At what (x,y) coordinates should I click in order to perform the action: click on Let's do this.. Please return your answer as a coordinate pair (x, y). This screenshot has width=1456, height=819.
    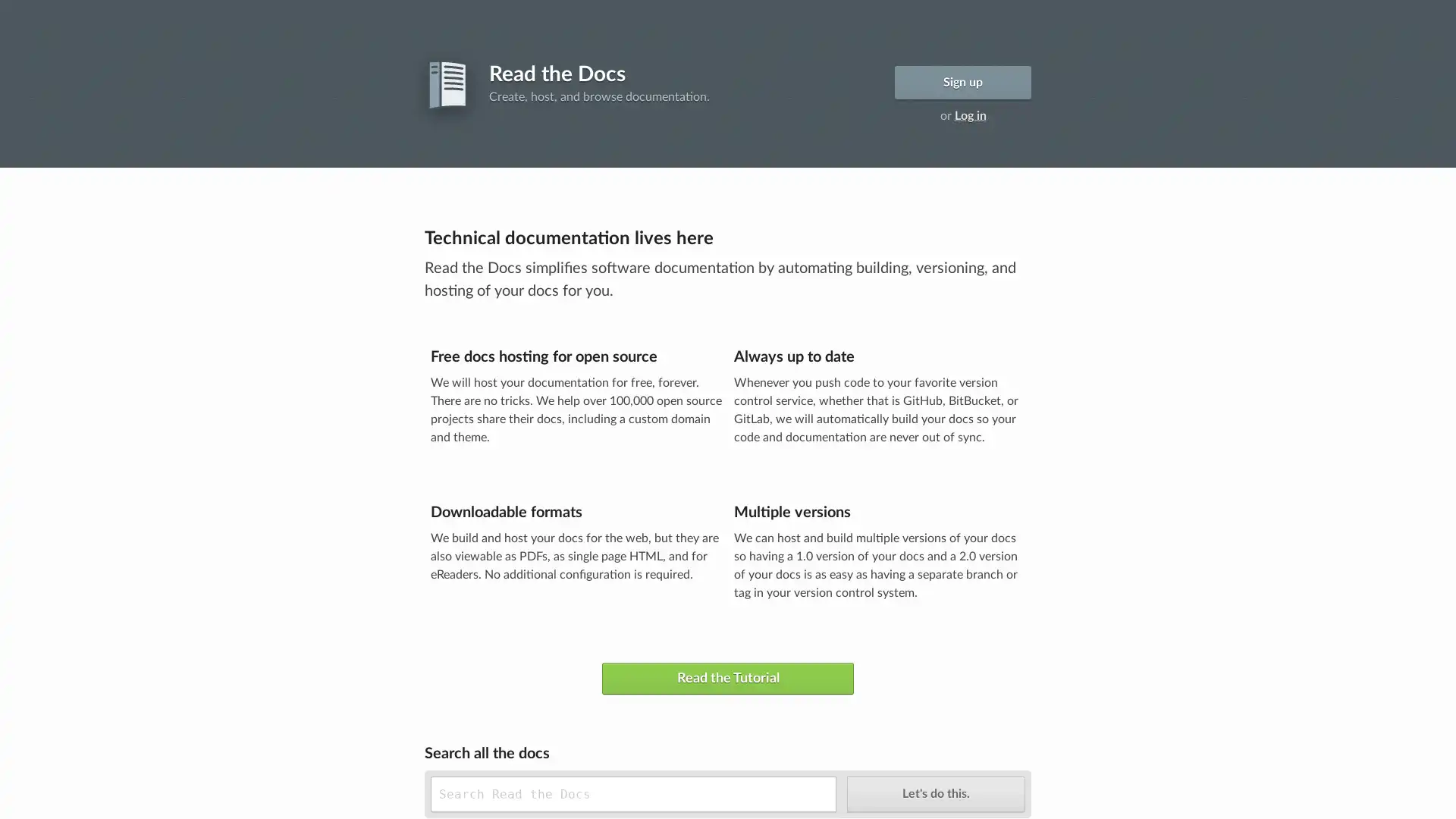
    Looking at the image, I should click on (934, 792).